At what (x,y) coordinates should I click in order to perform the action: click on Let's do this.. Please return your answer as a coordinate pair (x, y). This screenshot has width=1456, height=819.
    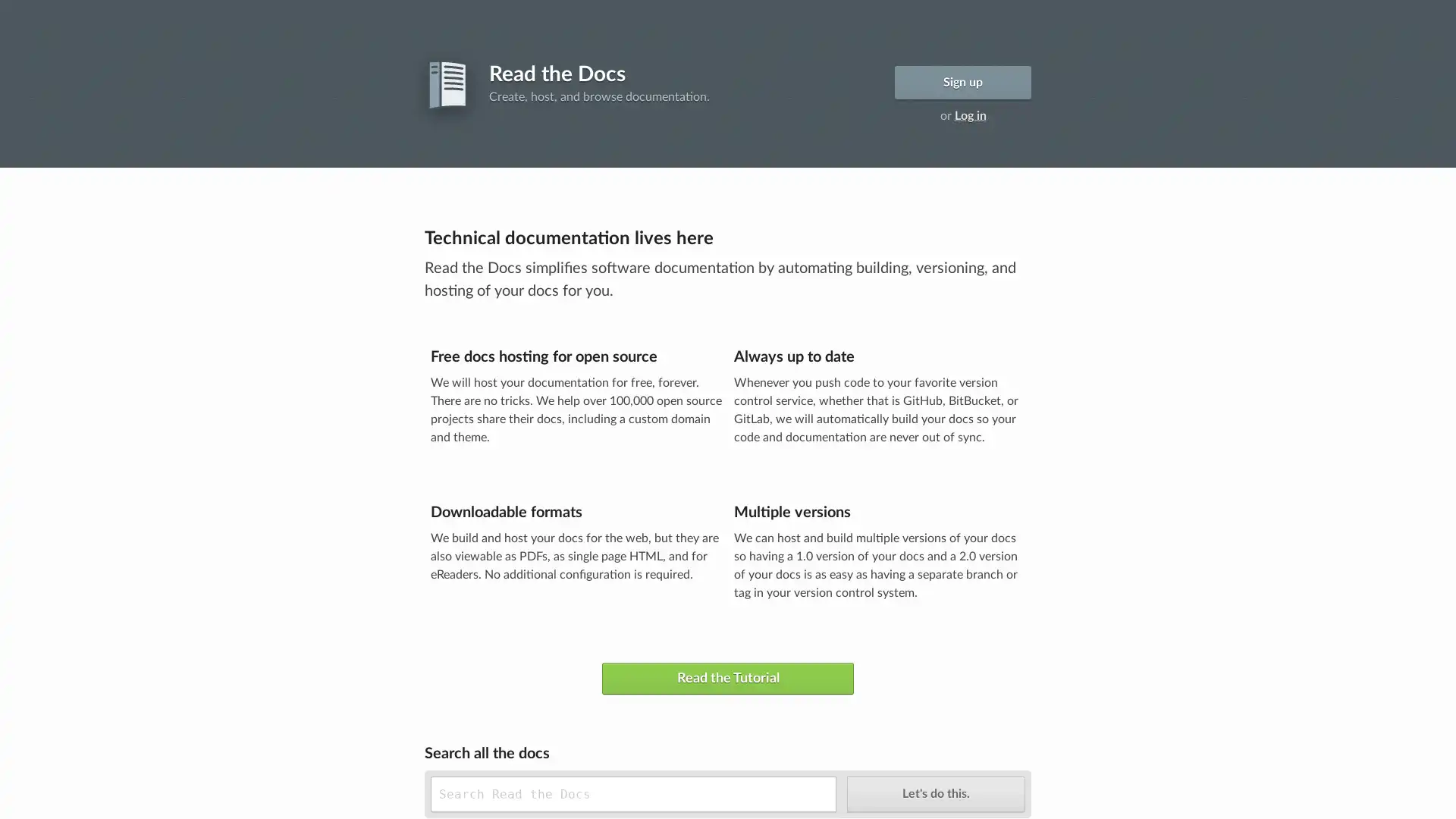
    Looking at the image, I should click on (934, 792).